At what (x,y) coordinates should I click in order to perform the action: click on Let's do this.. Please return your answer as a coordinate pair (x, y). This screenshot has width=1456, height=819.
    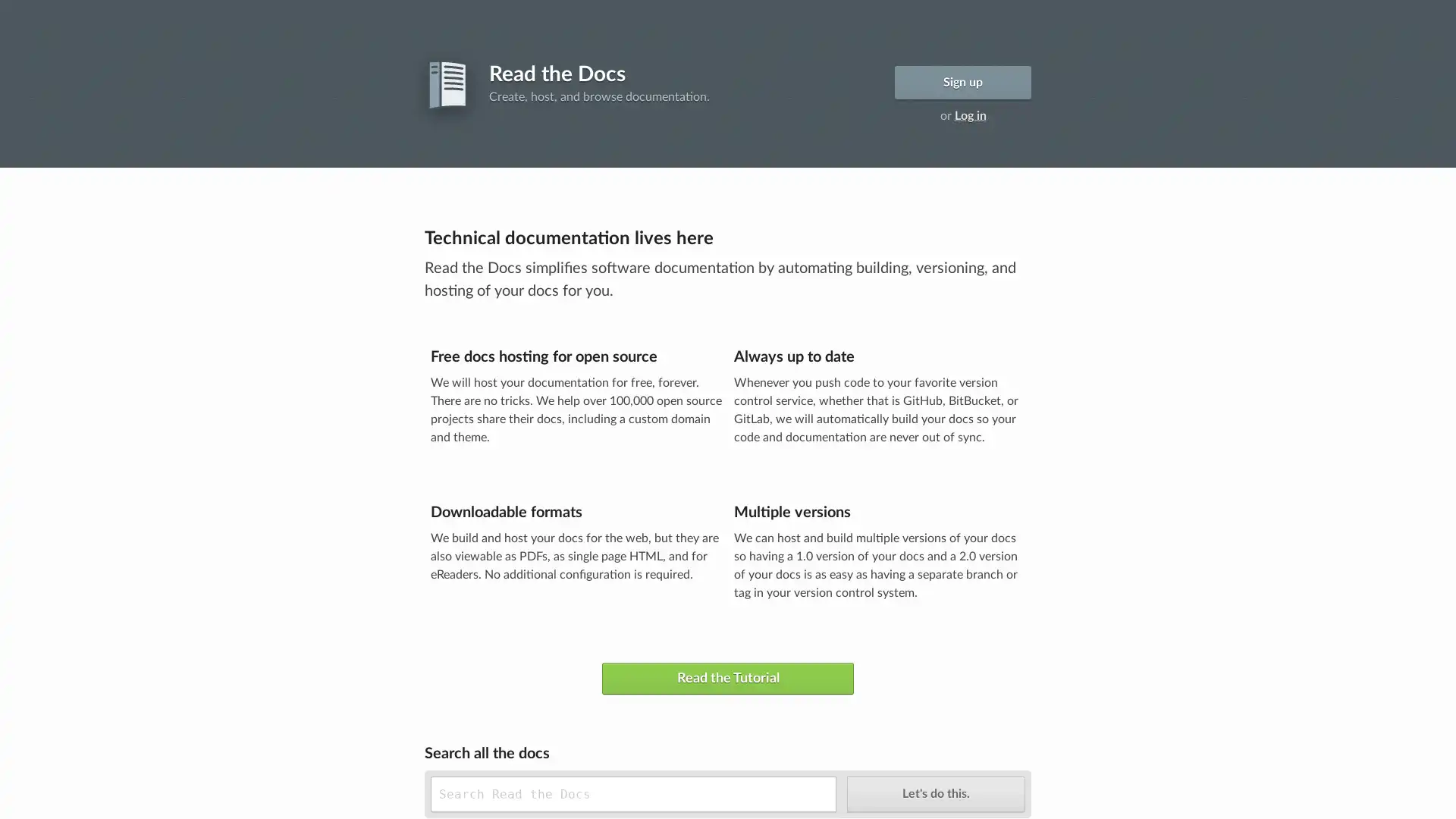
    Looking at the image, I should click on (934, 792).